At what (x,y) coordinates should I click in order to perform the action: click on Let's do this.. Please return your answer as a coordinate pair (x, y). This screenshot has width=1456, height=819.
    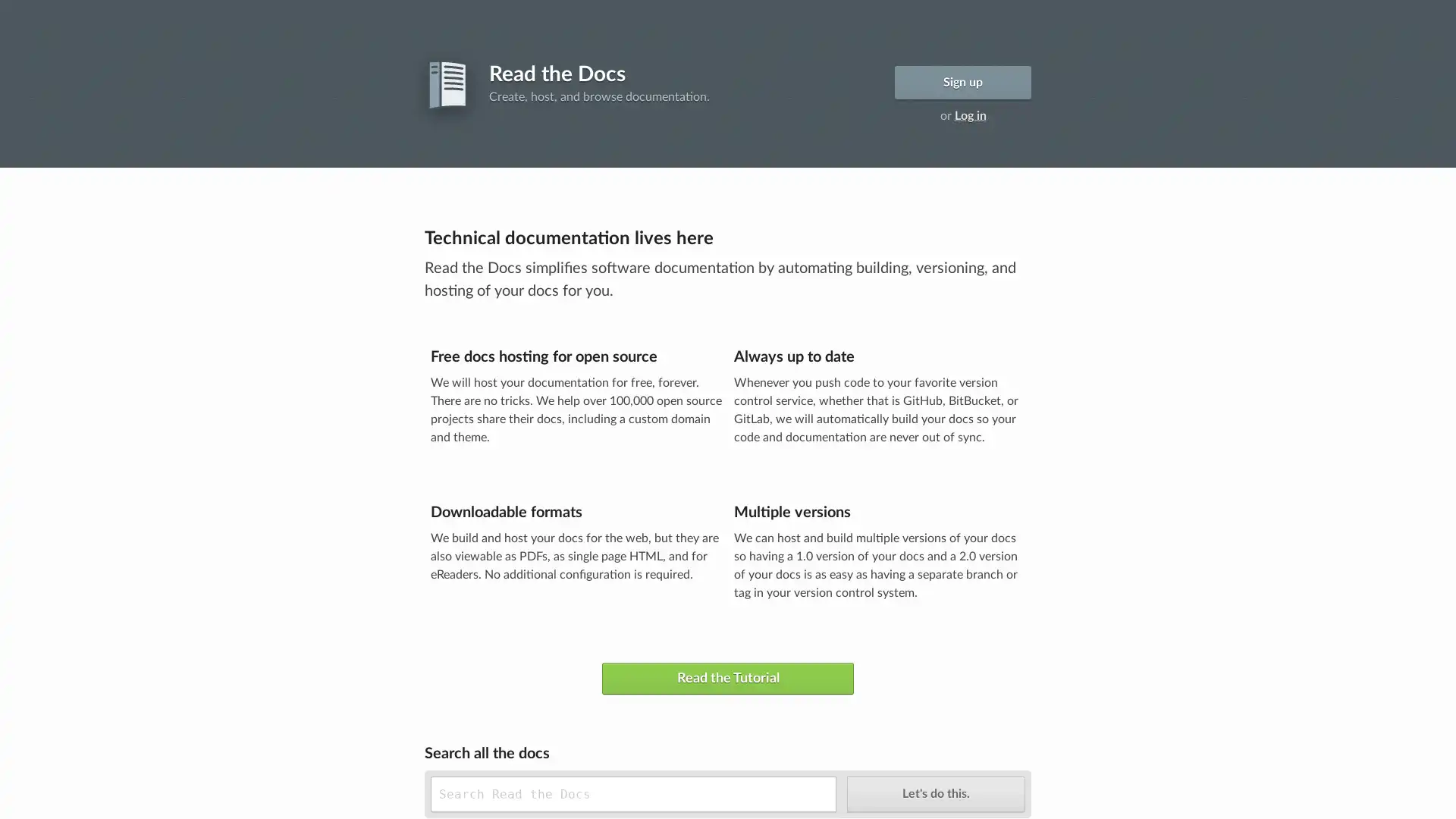
    Looking at the image, I should click on (934, 792).